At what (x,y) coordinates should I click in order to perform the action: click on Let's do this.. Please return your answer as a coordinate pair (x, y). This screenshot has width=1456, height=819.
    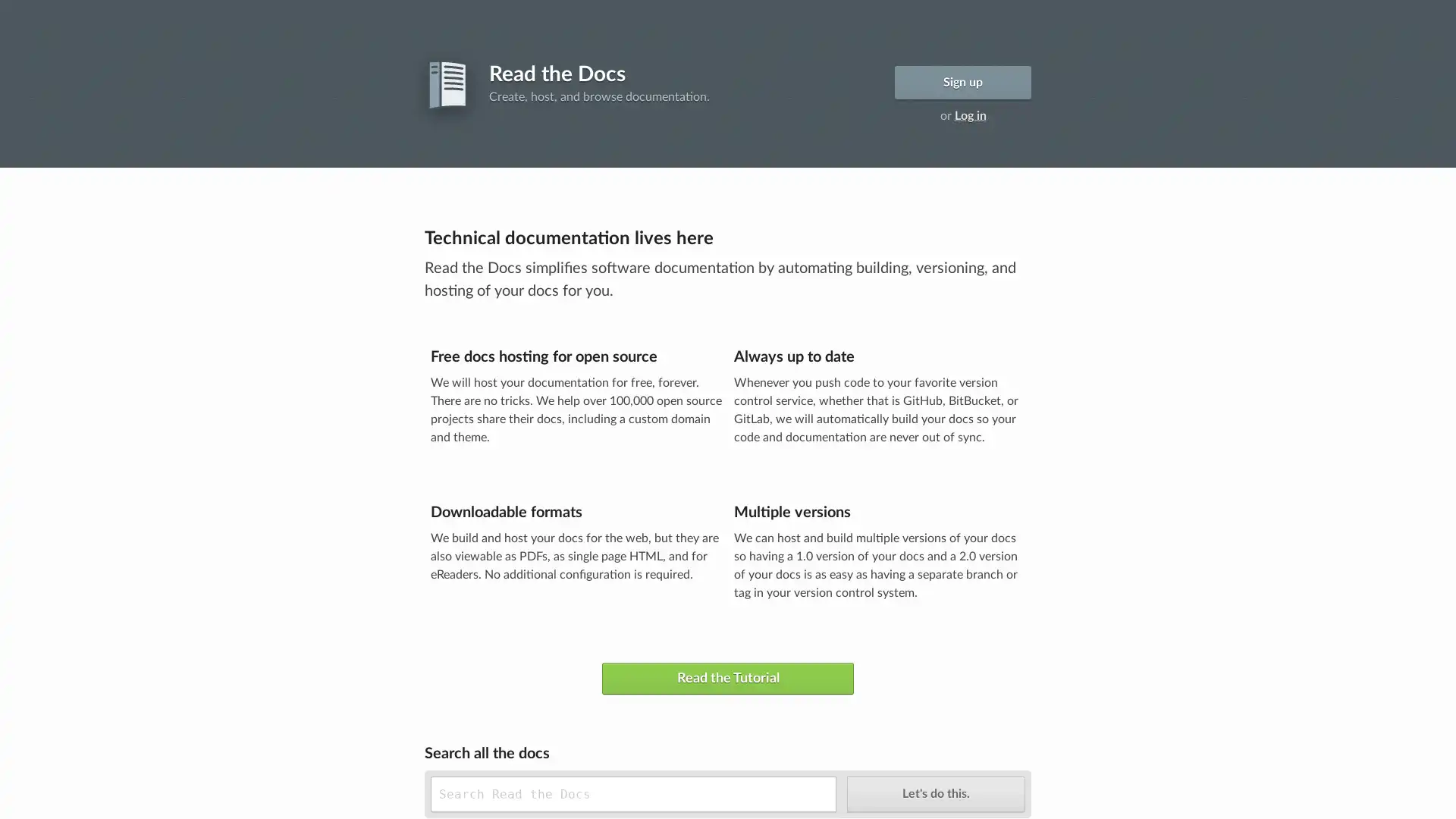
    Looking at the image, I should click on (934, 792).